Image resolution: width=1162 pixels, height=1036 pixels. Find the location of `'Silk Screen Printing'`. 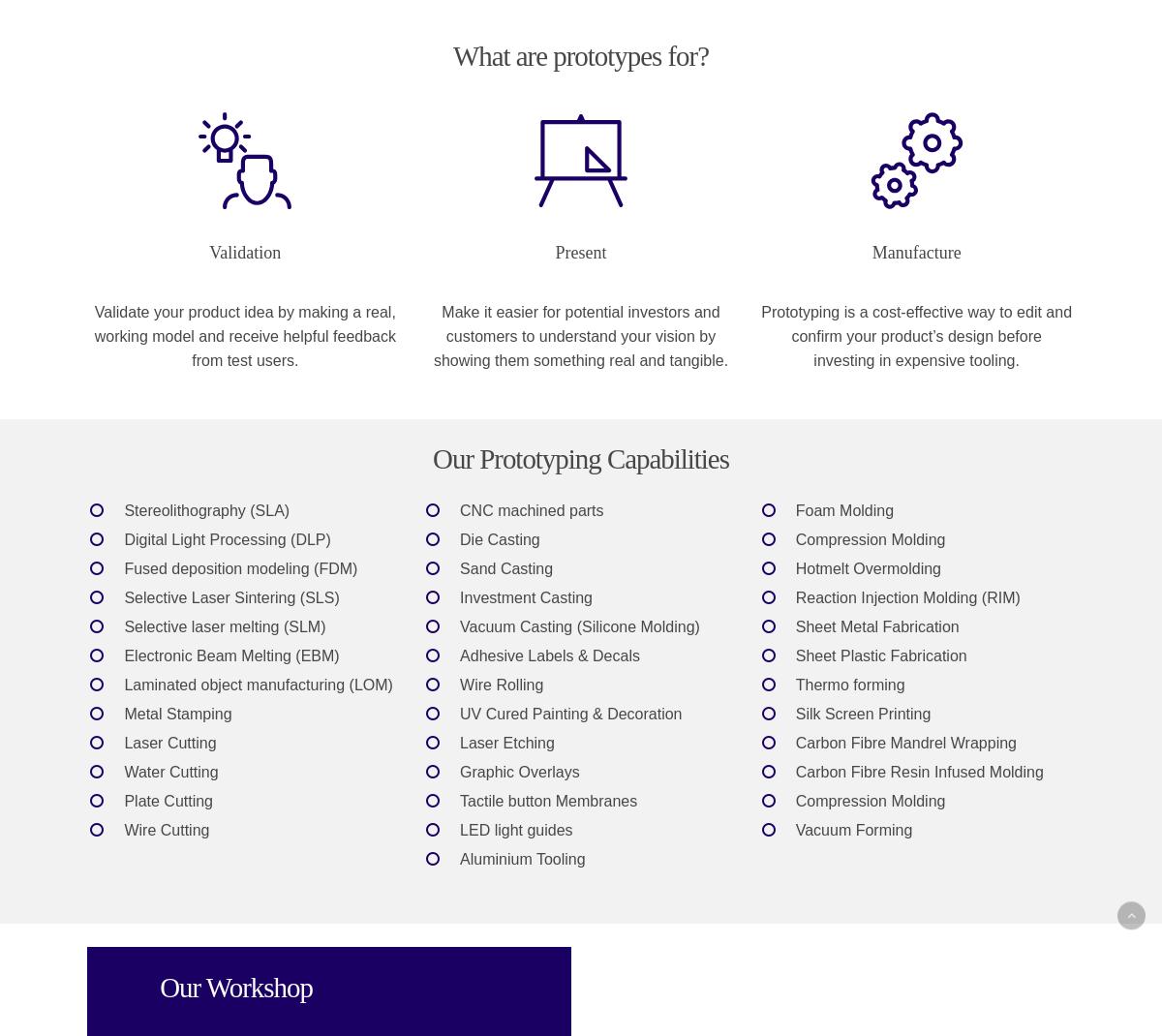

'Silk Screen Printing' is located at coordinates (794, 712).